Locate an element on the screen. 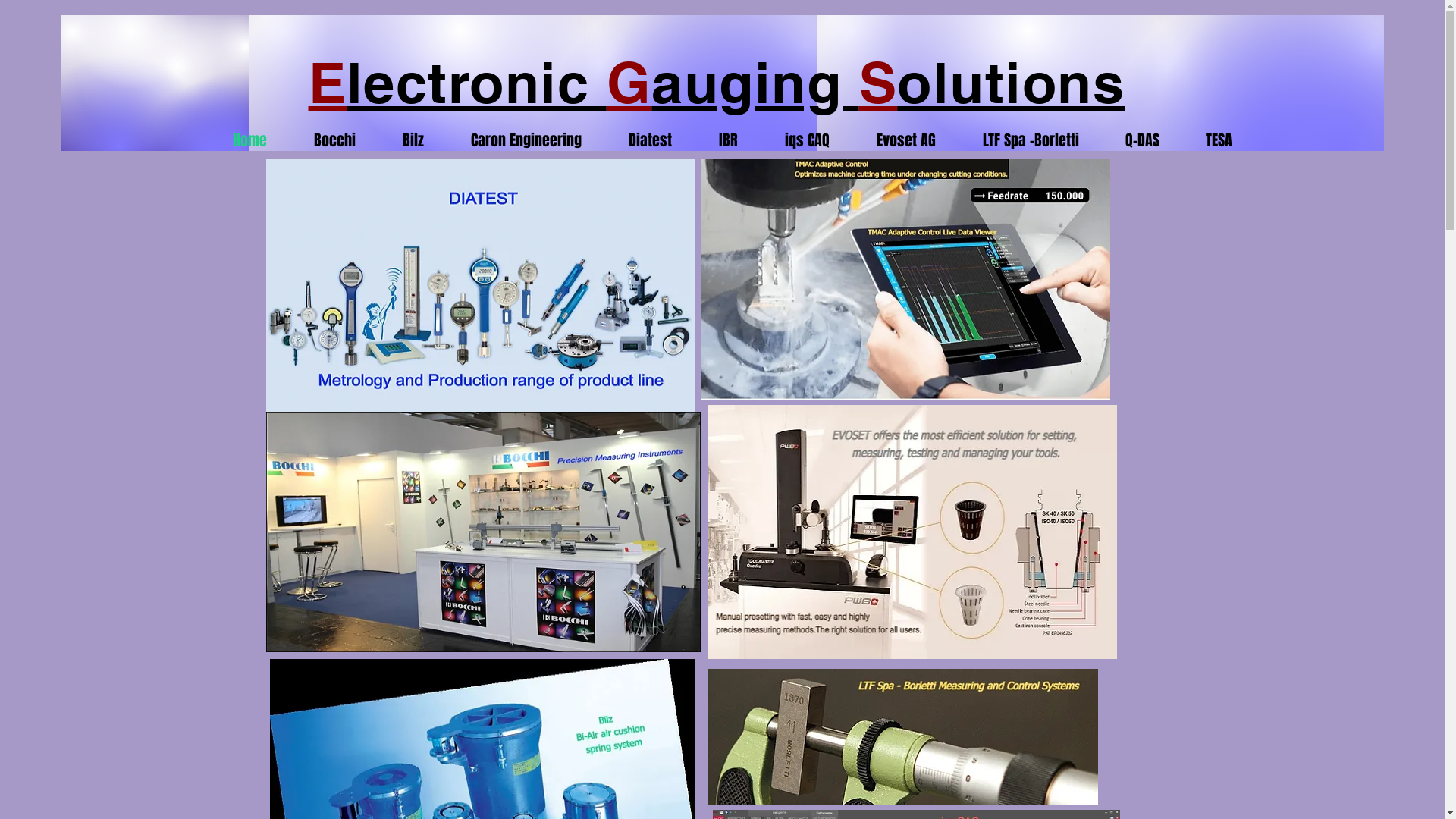 The height and width of the screenshot is (819, 1456). 'Bocchi' is located at coordinates (277, 140).